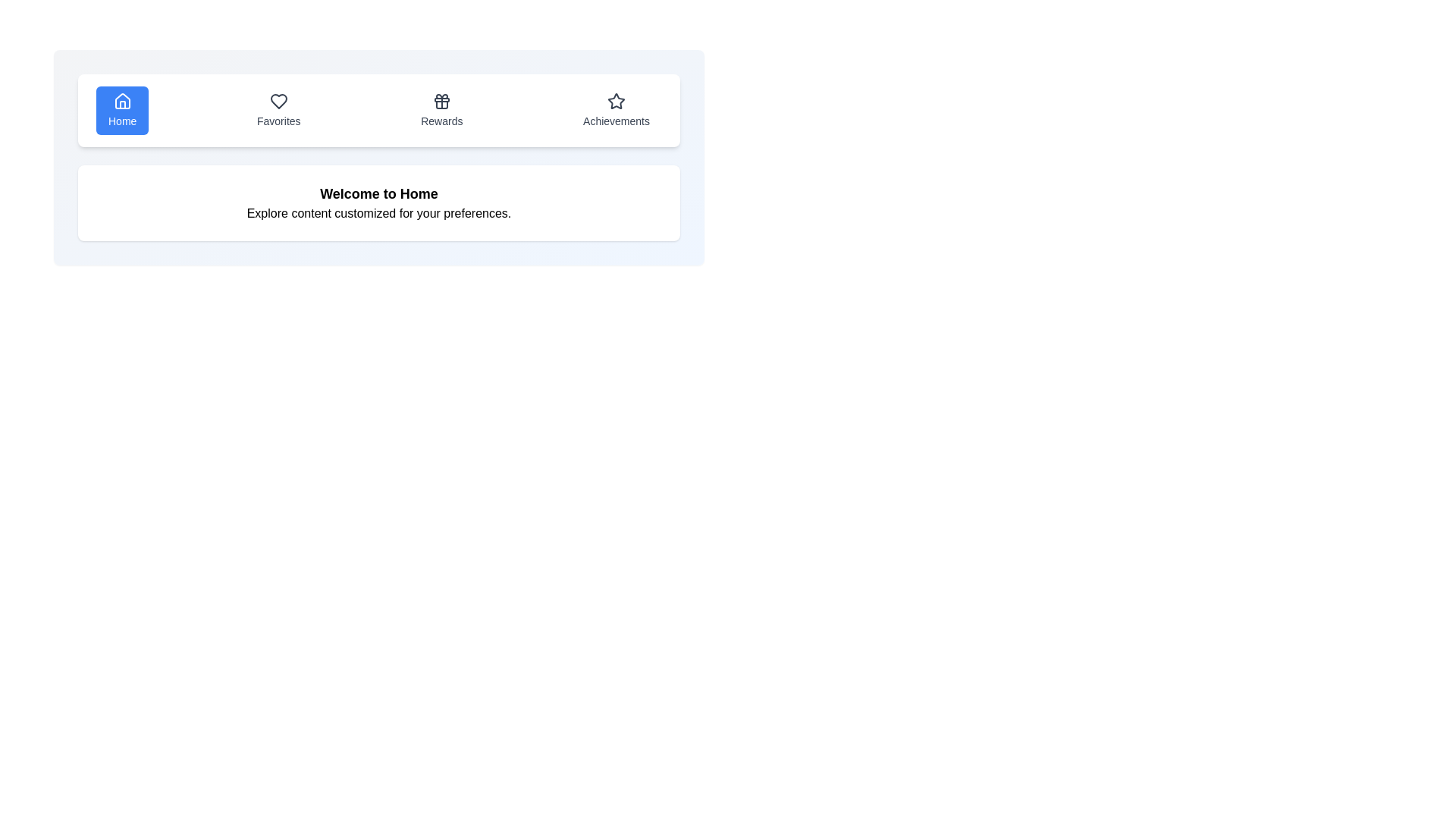  I want to click on the 'Achievements' icon, which is the fourth icon from the left in the top navigation bar, so click(617, 101).